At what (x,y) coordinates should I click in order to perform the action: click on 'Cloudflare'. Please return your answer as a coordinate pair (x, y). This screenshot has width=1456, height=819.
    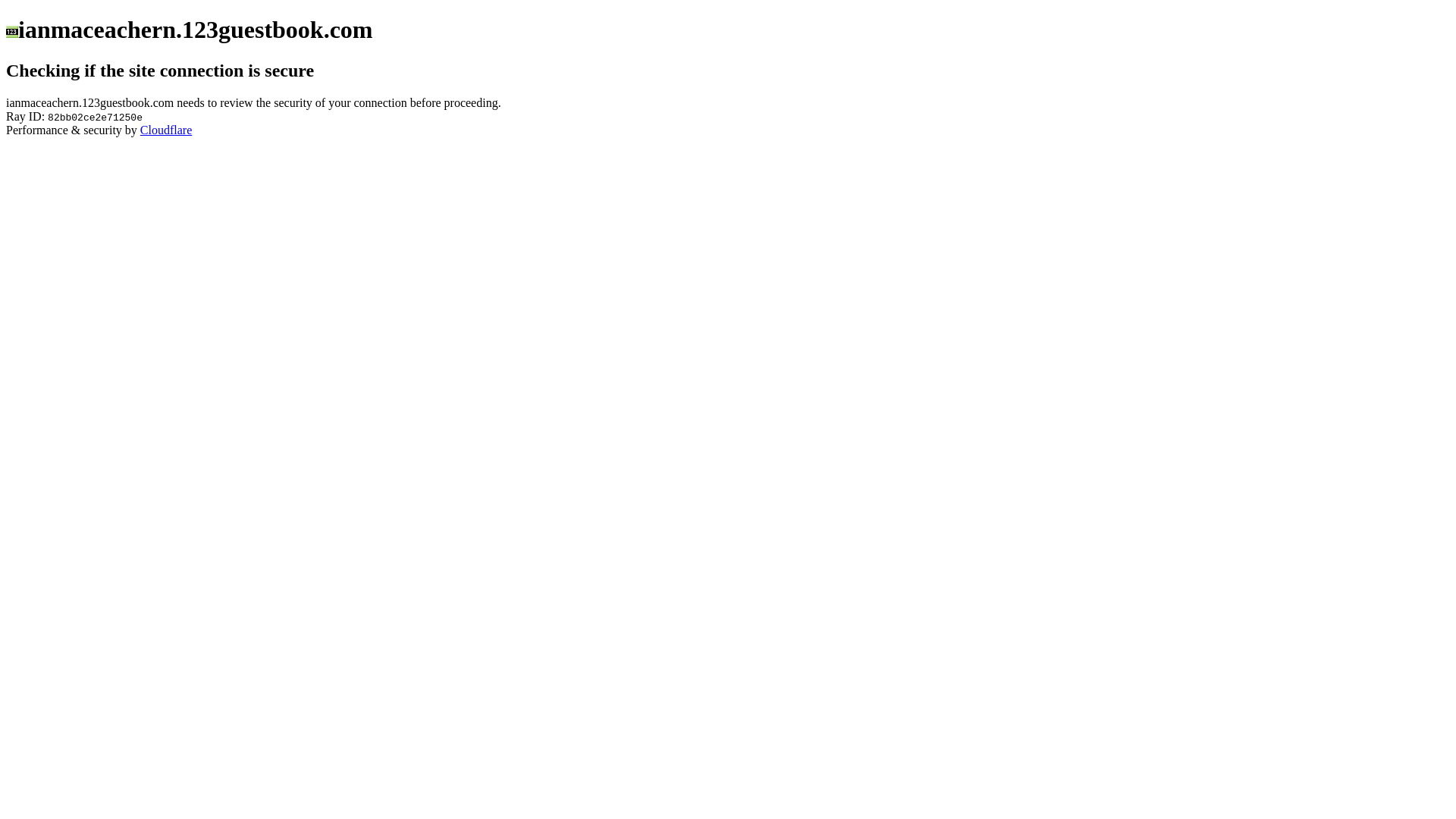
    Looking at the image, I should click on (166, 129).